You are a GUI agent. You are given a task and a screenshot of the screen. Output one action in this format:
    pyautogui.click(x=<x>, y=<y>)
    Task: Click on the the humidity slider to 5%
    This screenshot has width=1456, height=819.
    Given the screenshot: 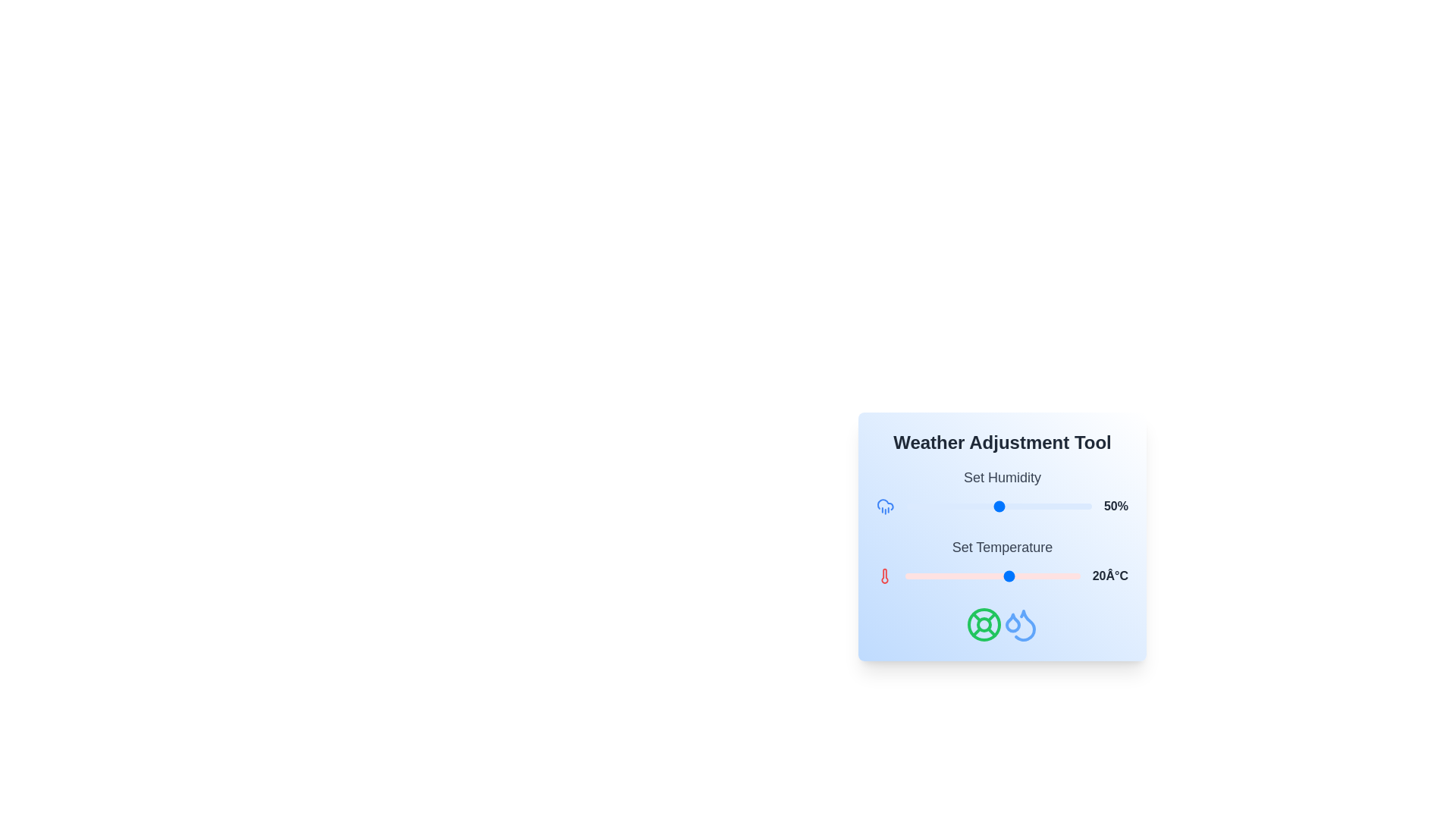 What is the action you would take?
    pyautogui.click(x=915, y=506)
    